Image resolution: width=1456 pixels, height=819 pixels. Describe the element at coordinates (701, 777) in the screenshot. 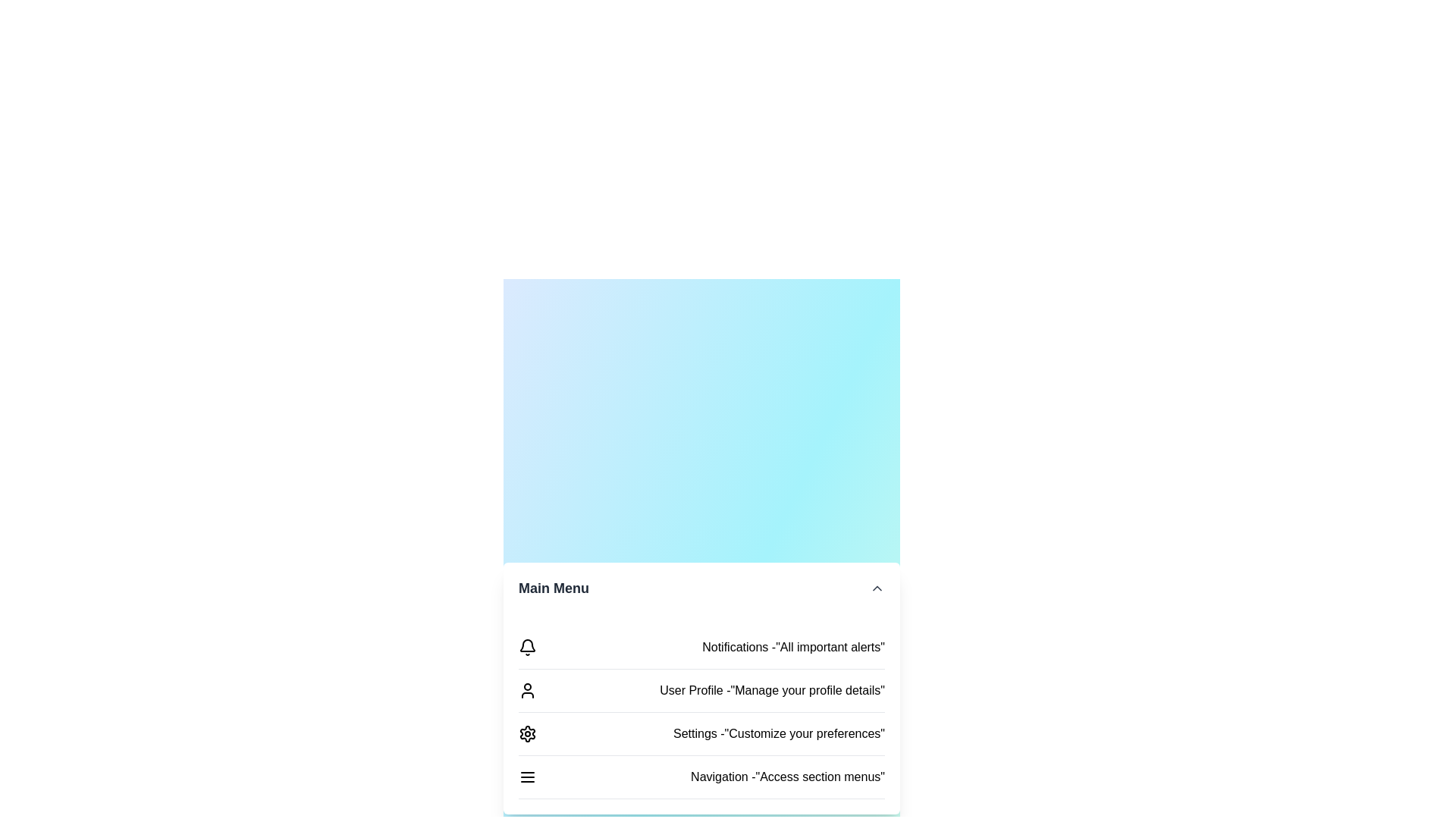

I see `the menu item Navigation to interact with it` at that location.